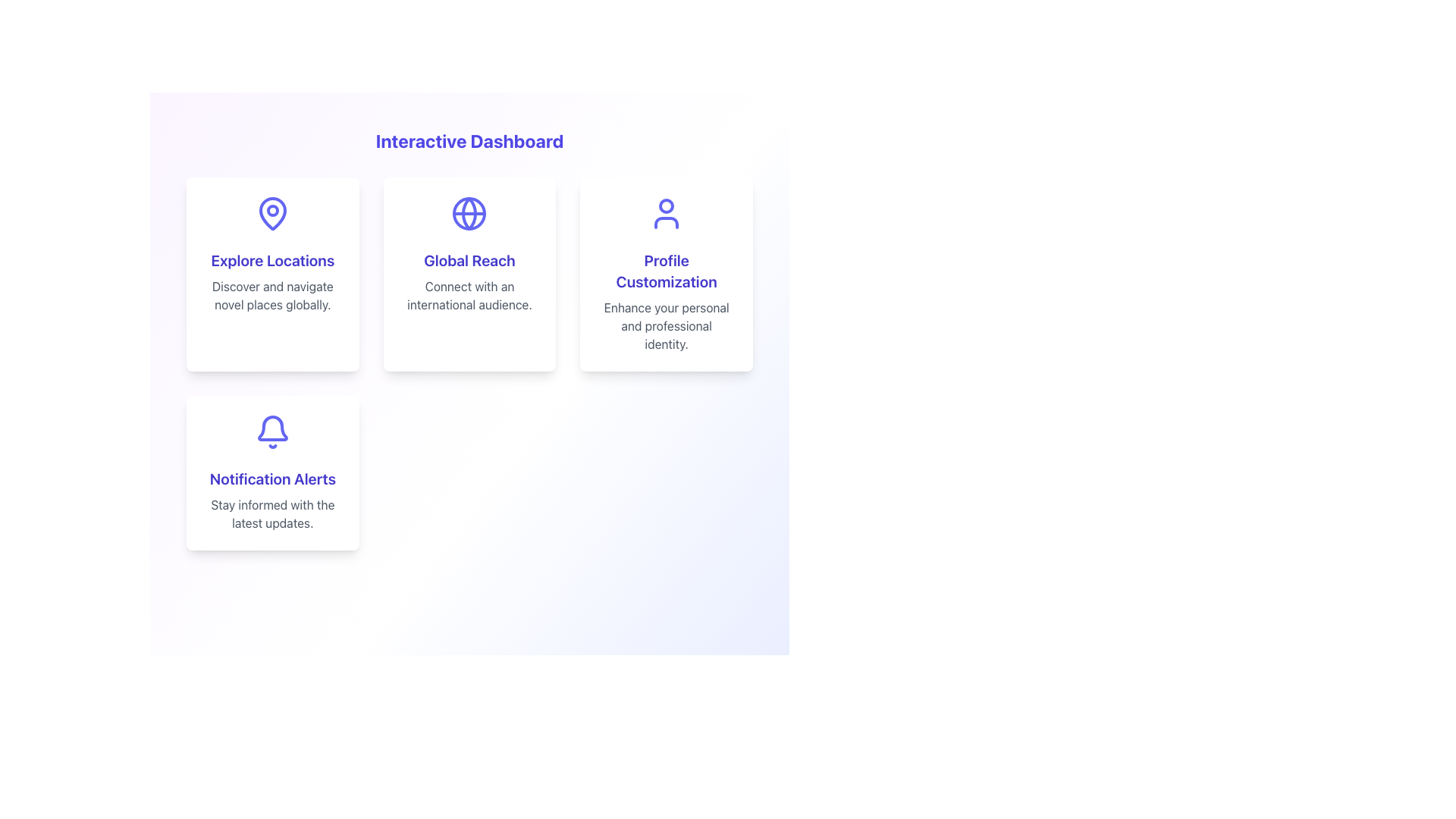 Image resolution: width=1456 pixels, height=819 pixels. What do you see at coordinates (667, 271) in the screenshot?
I see `the text that reads 'Profile Customization', which is styled in bold, indigo-colored font and located in the third card of the second row` at bounding box center [667, 271].